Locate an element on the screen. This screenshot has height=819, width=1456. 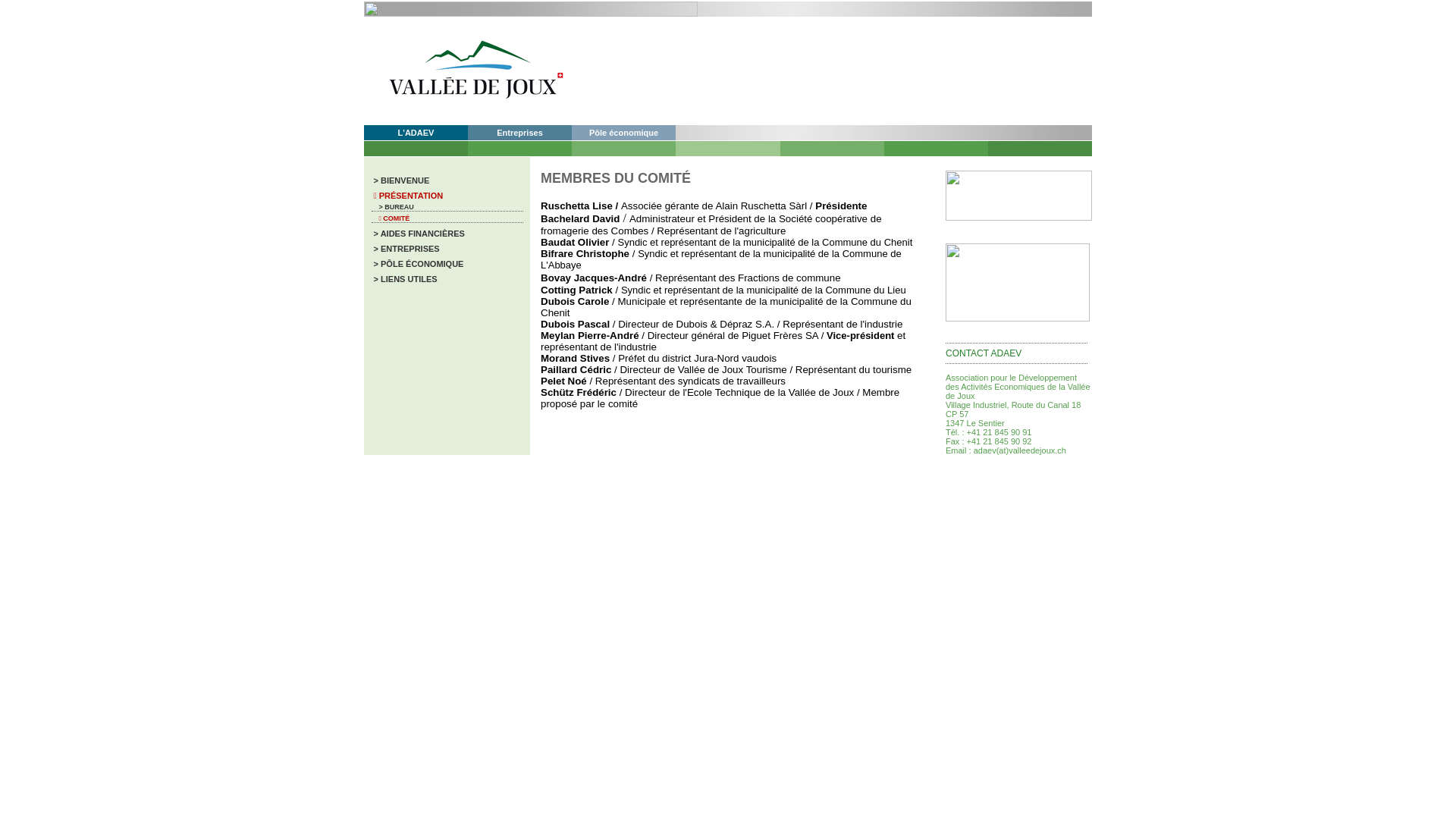
'Entreprises' is located at coordinates (519, 131).